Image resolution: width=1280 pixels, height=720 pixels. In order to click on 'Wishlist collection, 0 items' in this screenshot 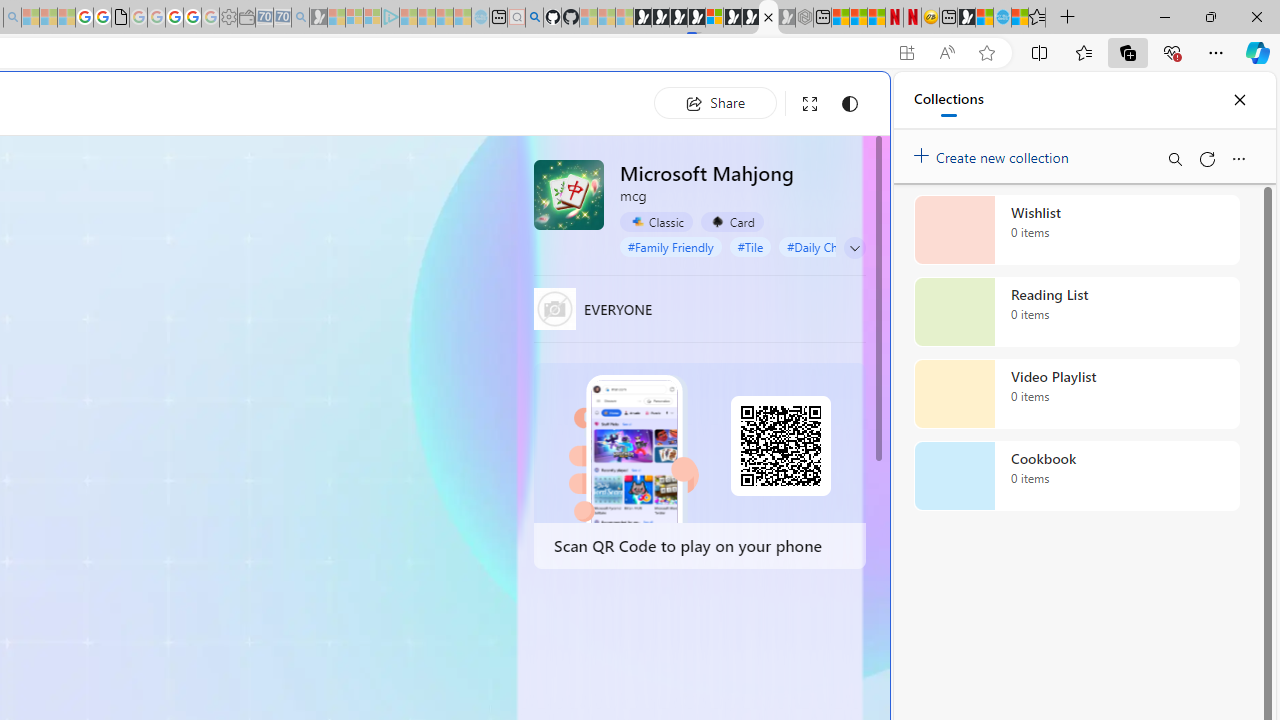, I will do `click(1076, 229)`.